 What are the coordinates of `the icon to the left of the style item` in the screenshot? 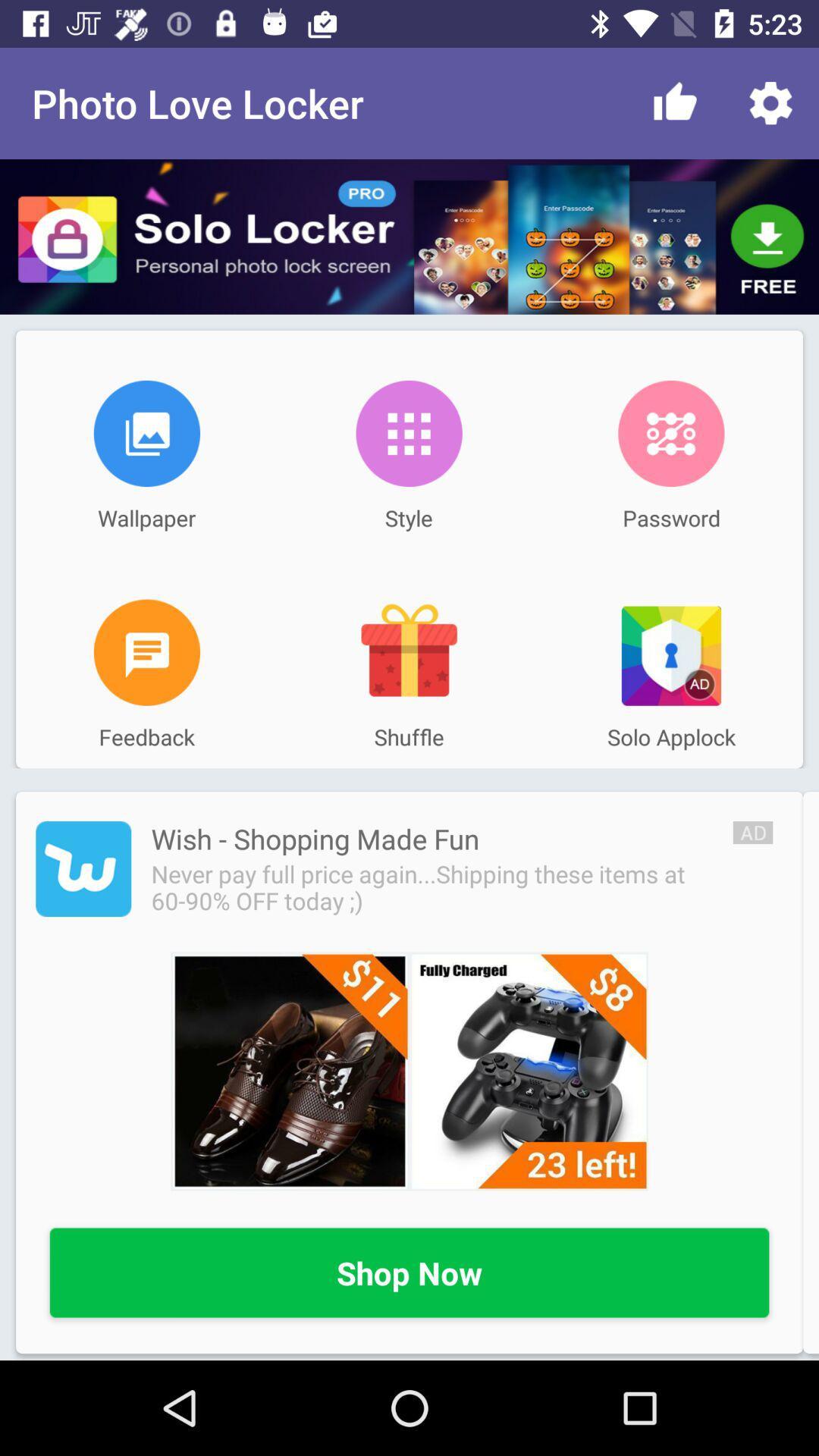 It's located at (146, 432).